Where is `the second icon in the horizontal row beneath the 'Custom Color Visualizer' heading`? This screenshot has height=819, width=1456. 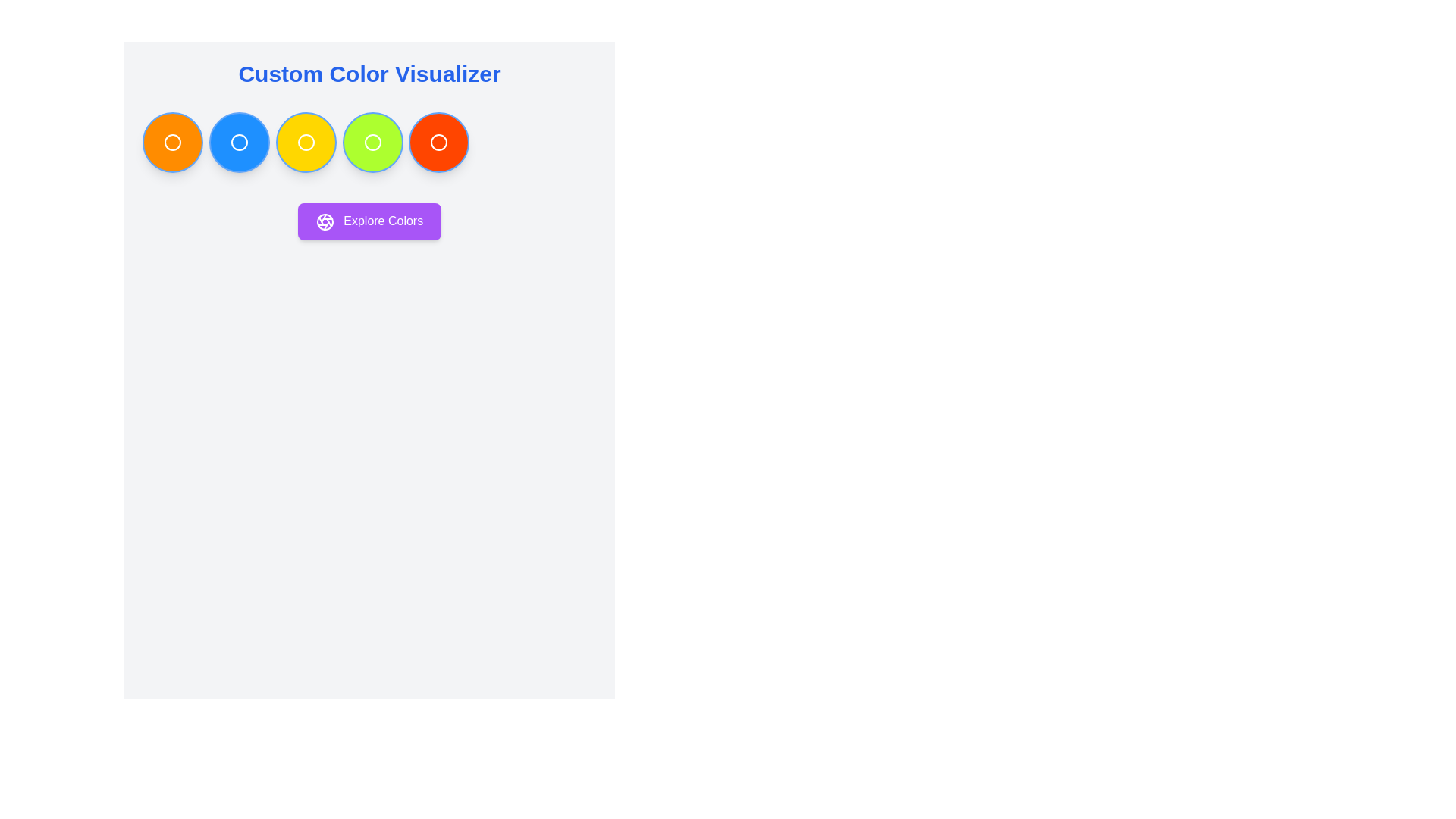
the second icon in the horizontal row beneath the 'Custom Color Visualizer' heading is located at coordinates (238, 143).